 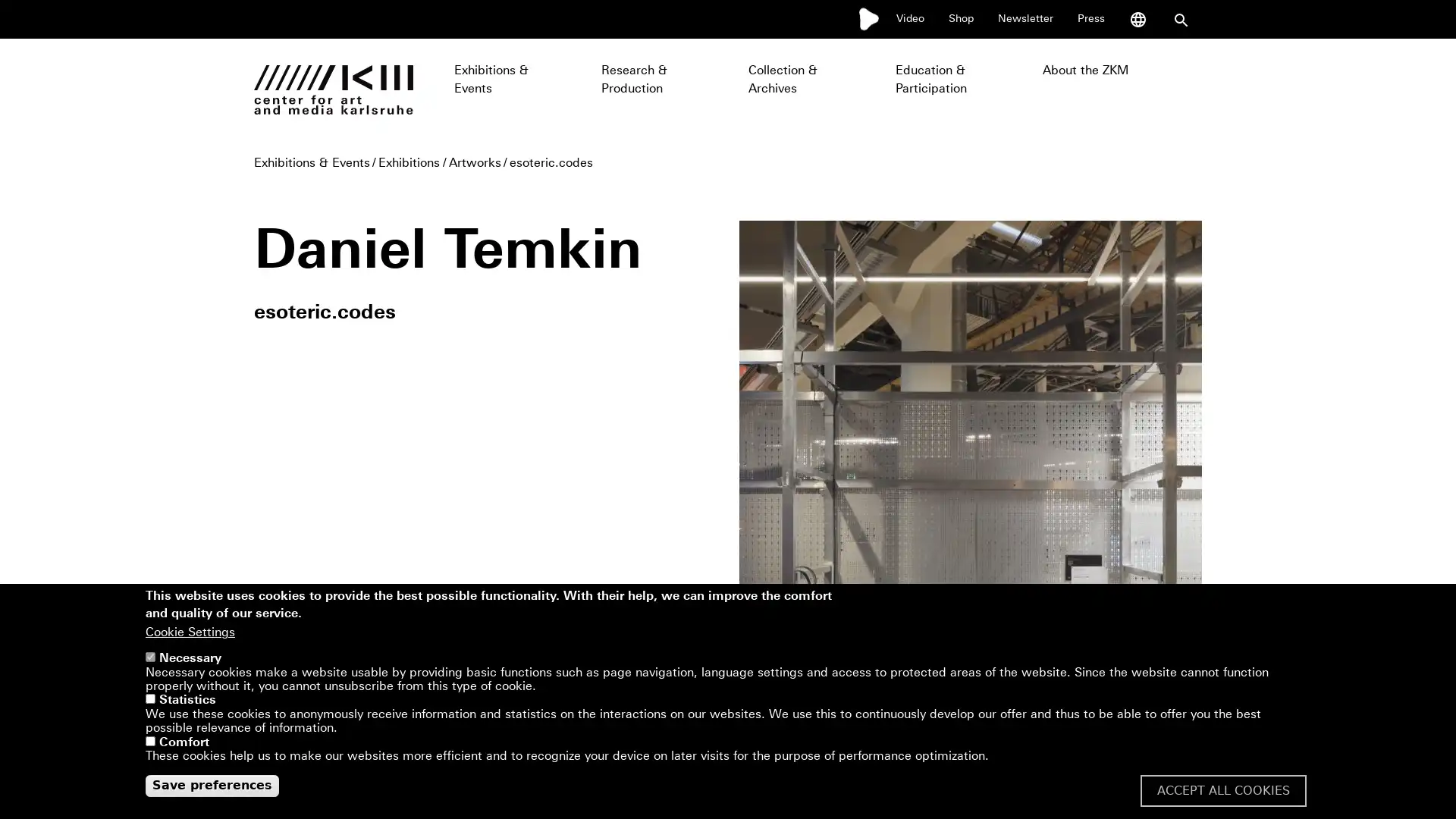 I want to click on ACCEPT ALL COOKIES, so click(x=1223, y=789).